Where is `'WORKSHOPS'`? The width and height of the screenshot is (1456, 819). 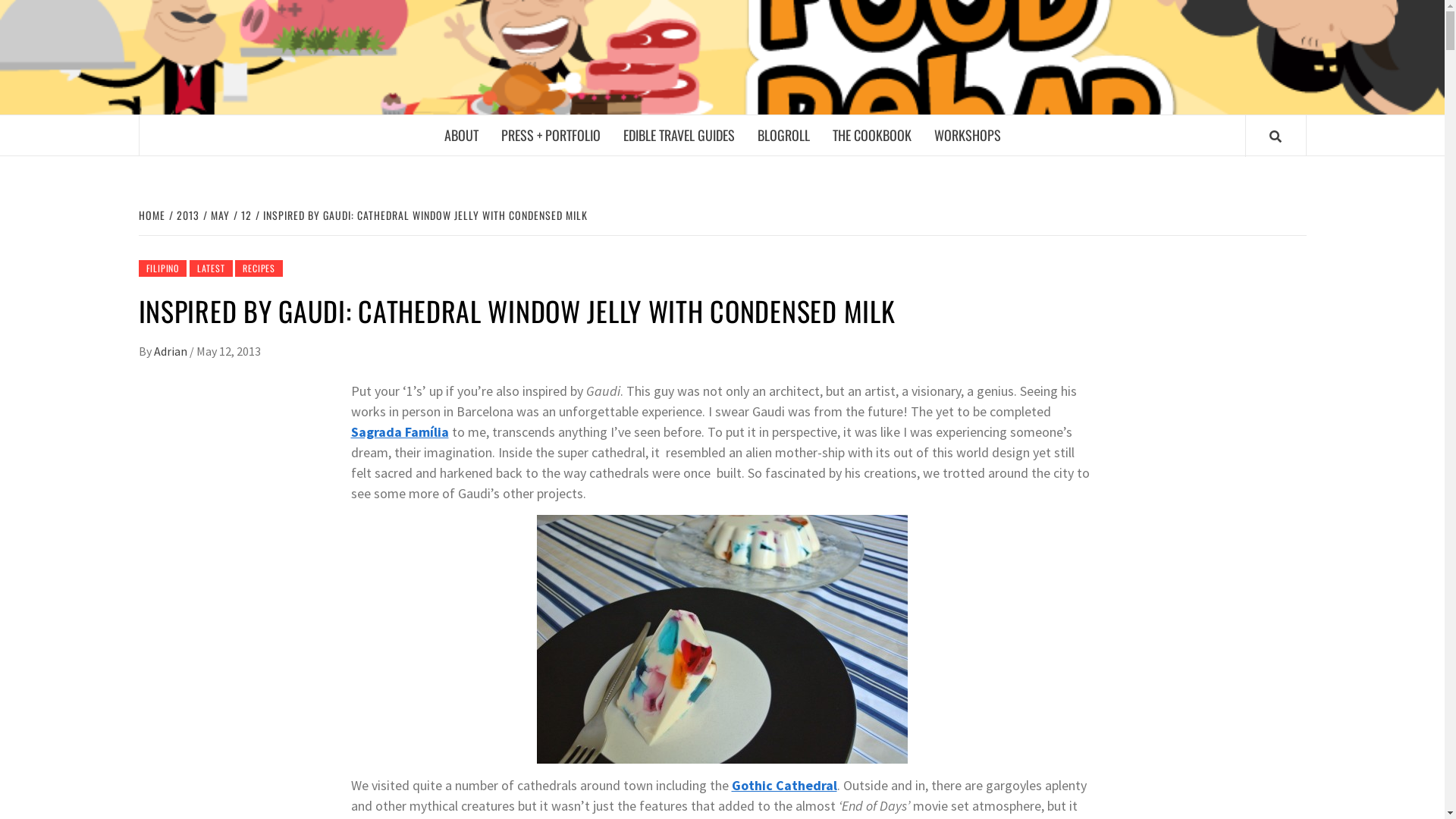
'WORKSHOPS' is located at coordinates (966, 134).